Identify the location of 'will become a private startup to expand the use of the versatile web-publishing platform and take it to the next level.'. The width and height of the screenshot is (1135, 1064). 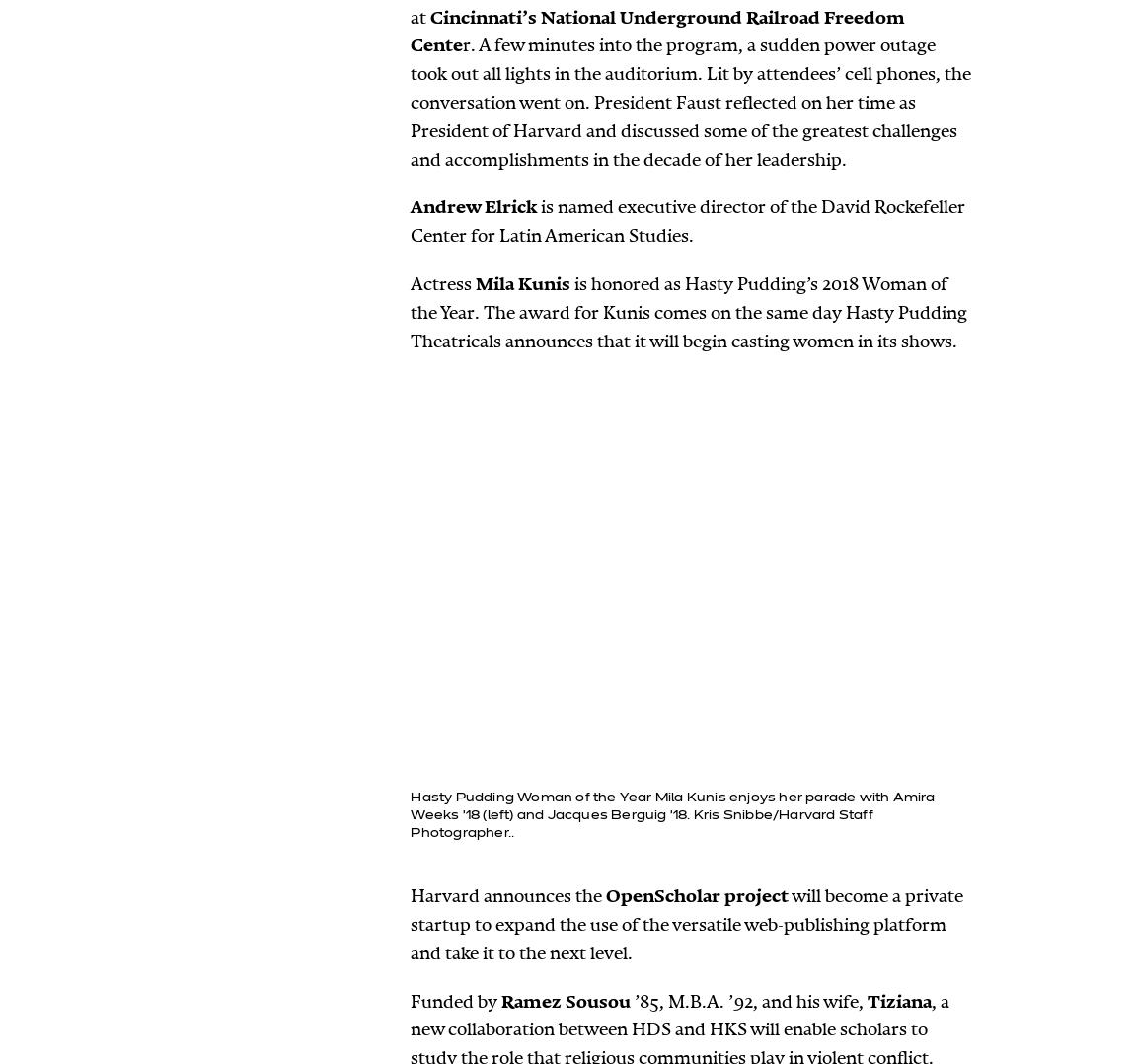
(410, 923).